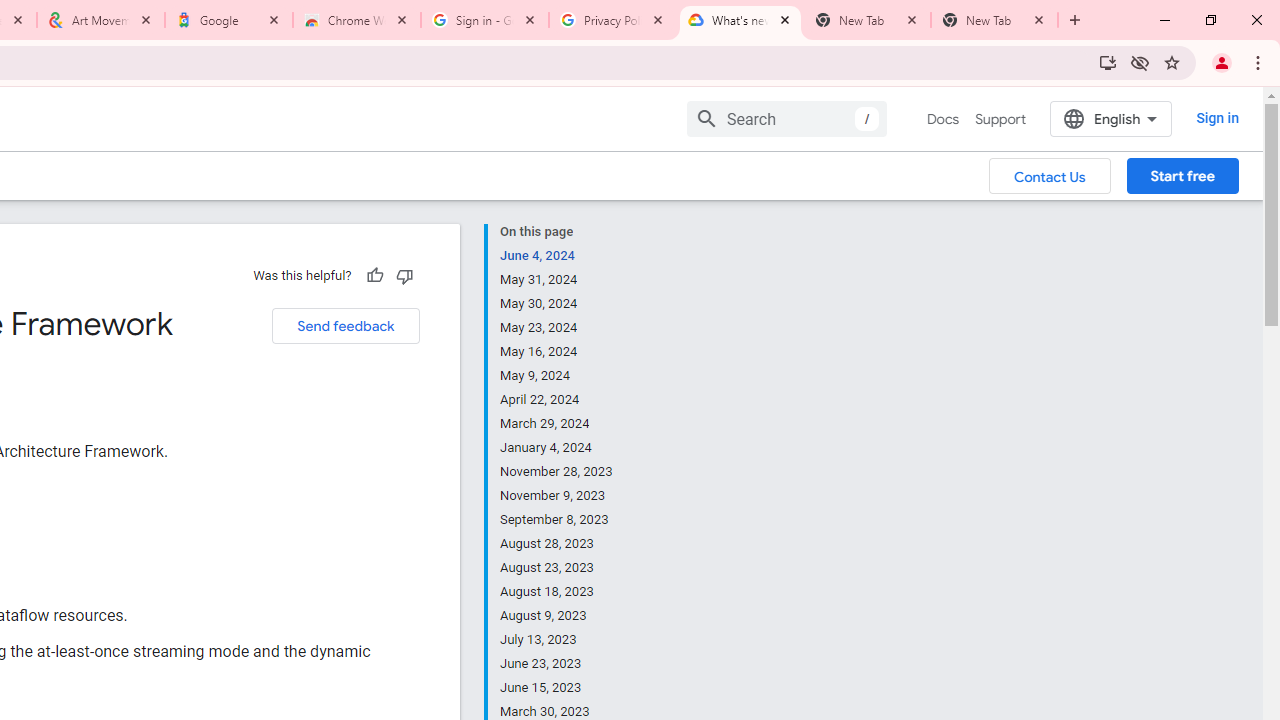 This screenshot has width=1280, height=720. Describe the element at coordinates (557, 471) in the screenshot. I see `'November 28, 2023'` at that location.